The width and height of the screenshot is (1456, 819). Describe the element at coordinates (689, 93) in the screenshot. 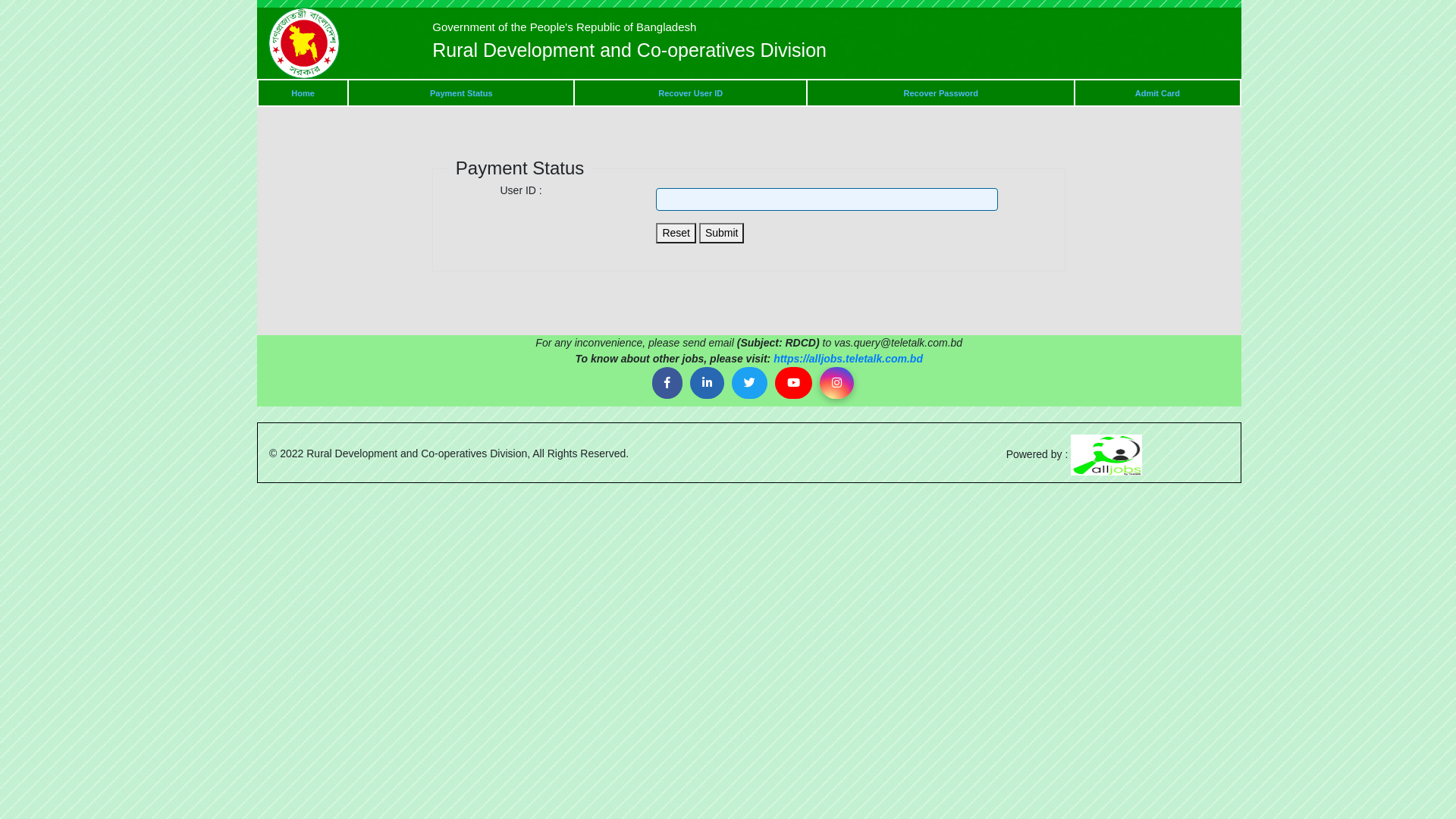

I see `'Recover User ID'` at that location.